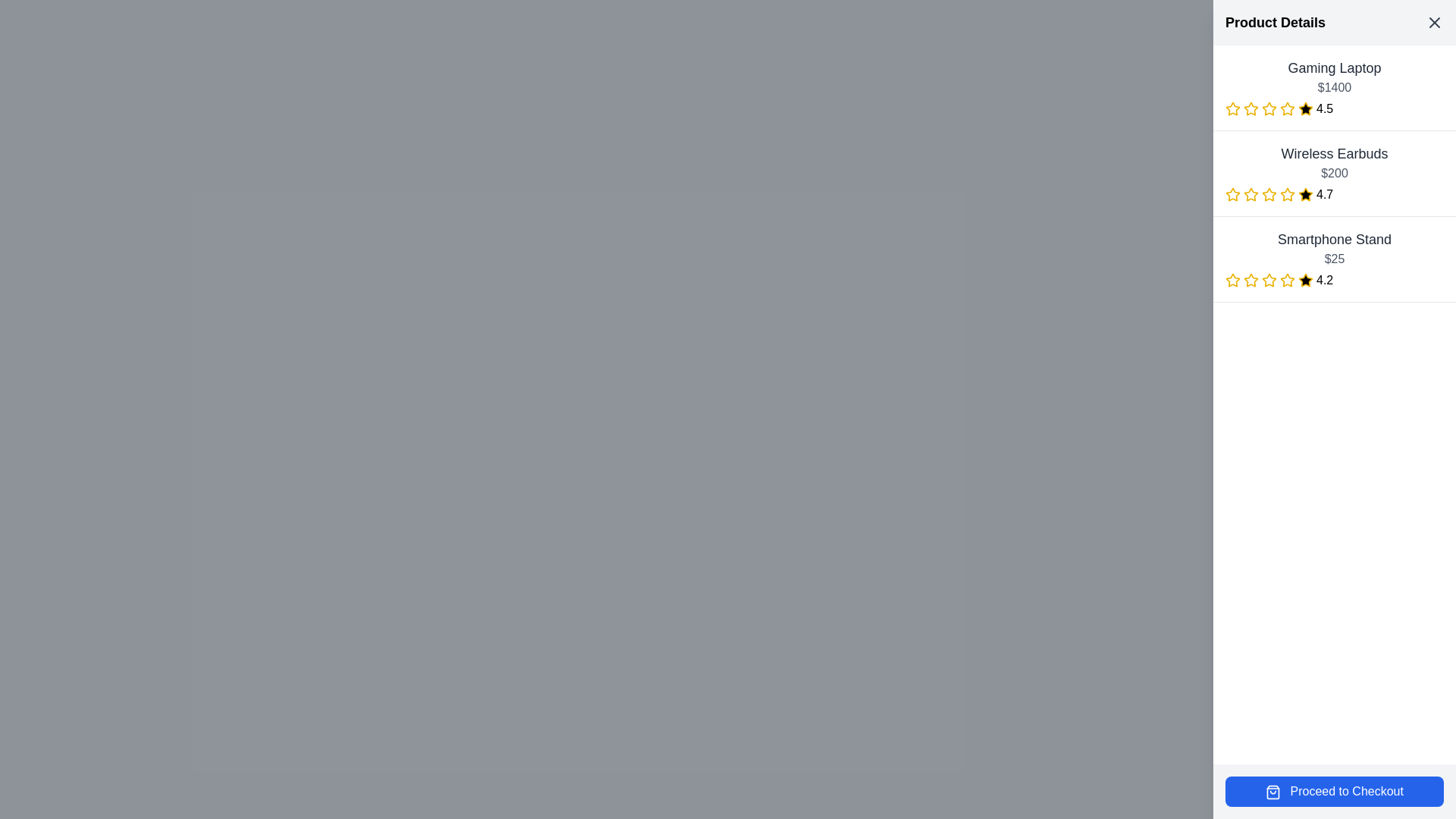  What do you see at coordinates (1269, 107) in the screenshot?
I see `the second star in the row of five stars in the 'Gaming Laptop' product section to set a rating` at bounding box center [1269, 107].